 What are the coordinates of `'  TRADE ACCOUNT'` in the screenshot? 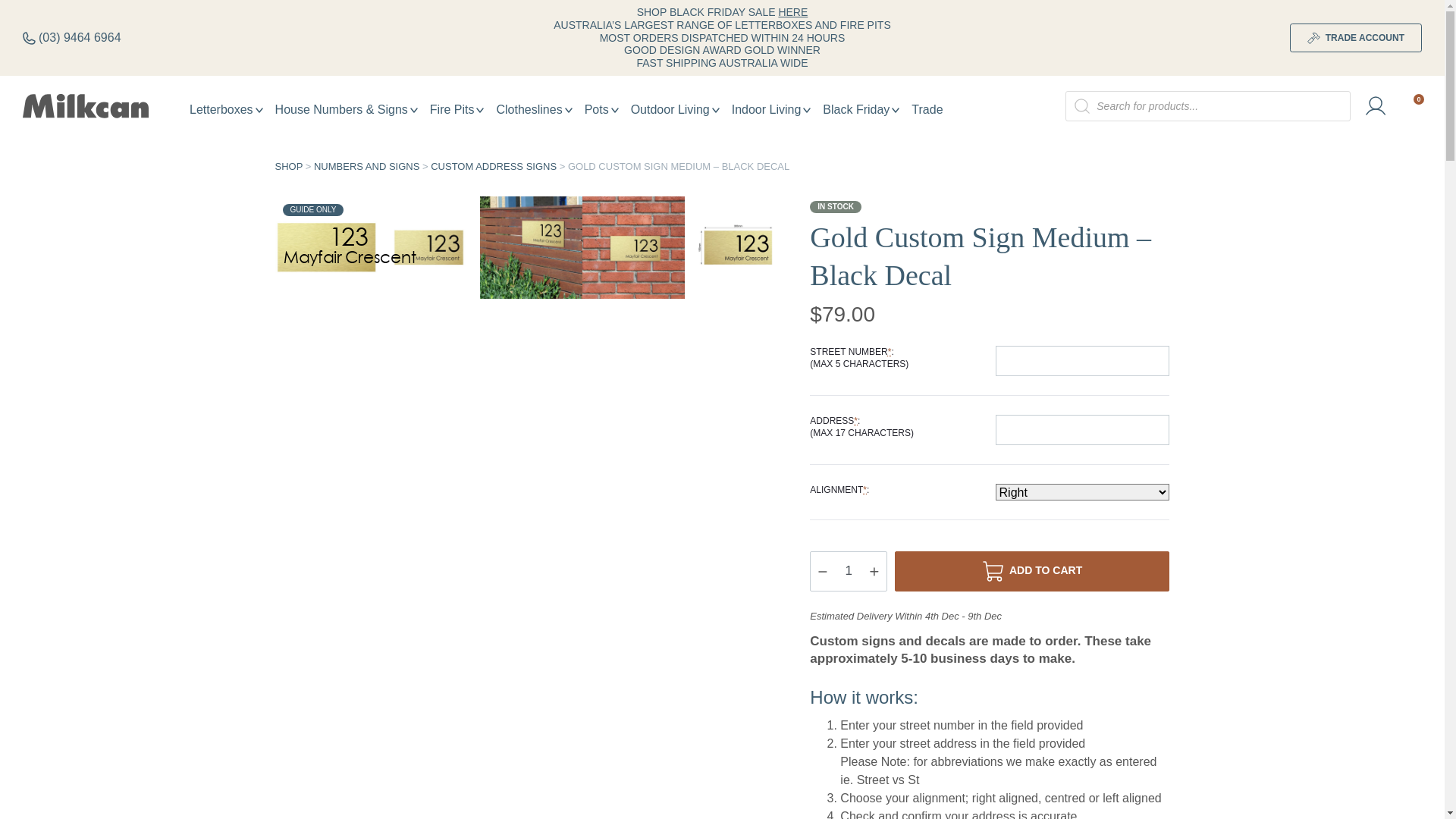 It's located at (1356, 37).